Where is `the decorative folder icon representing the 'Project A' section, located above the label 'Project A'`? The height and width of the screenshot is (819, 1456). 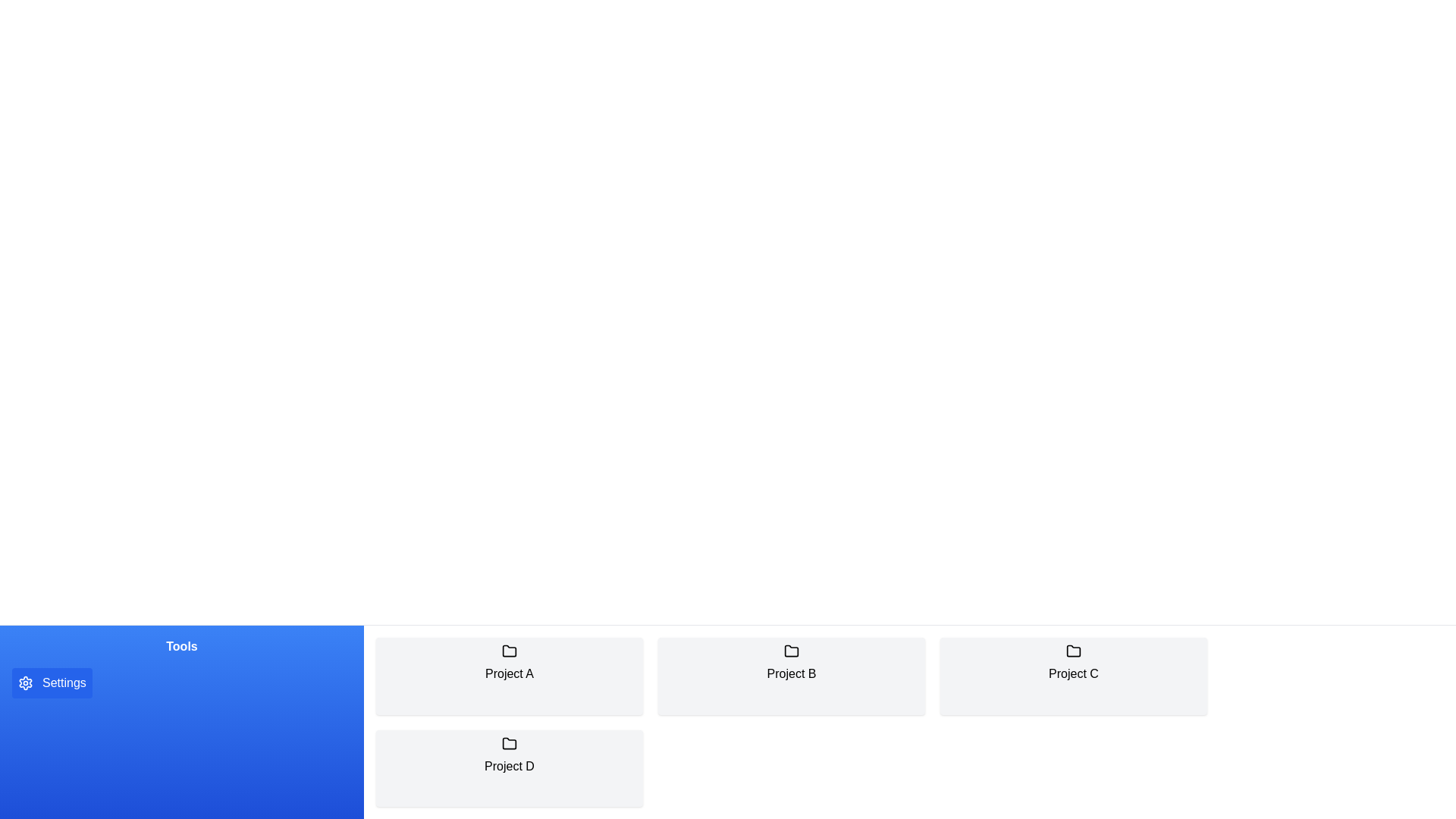
the decorative folder icon representing the 'Project A' section, located above the label 'Project A' is located at coordinates (510, 649).